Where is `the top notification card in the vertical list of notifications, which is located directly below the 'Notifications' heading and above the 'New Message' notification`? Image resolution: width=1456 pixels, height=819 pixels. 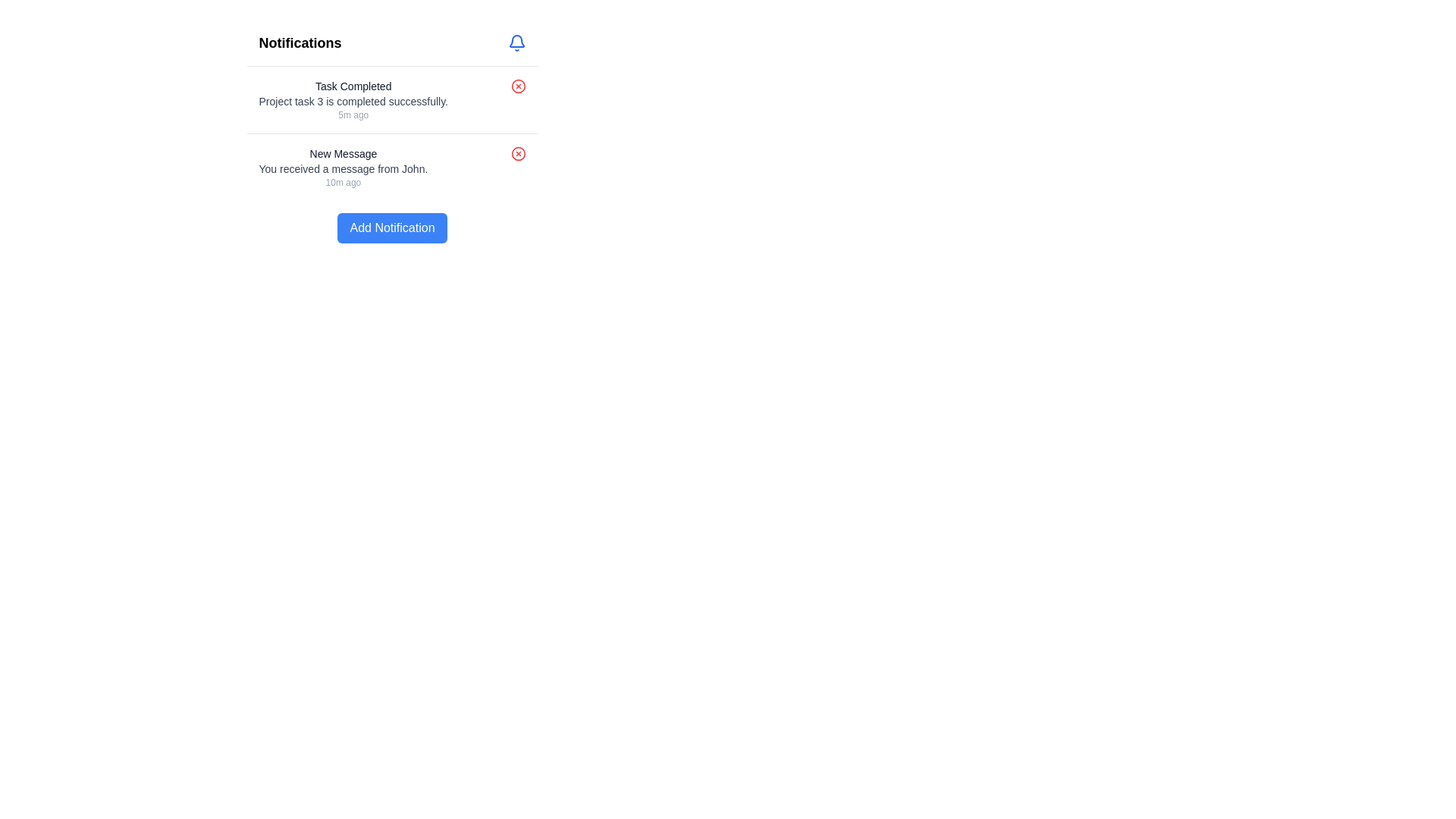 the top notification card in the vertical list of notifications, which is located directly below the 'Notifications' heading and above the 'New Message' notification is located at coordinates (392, 99).